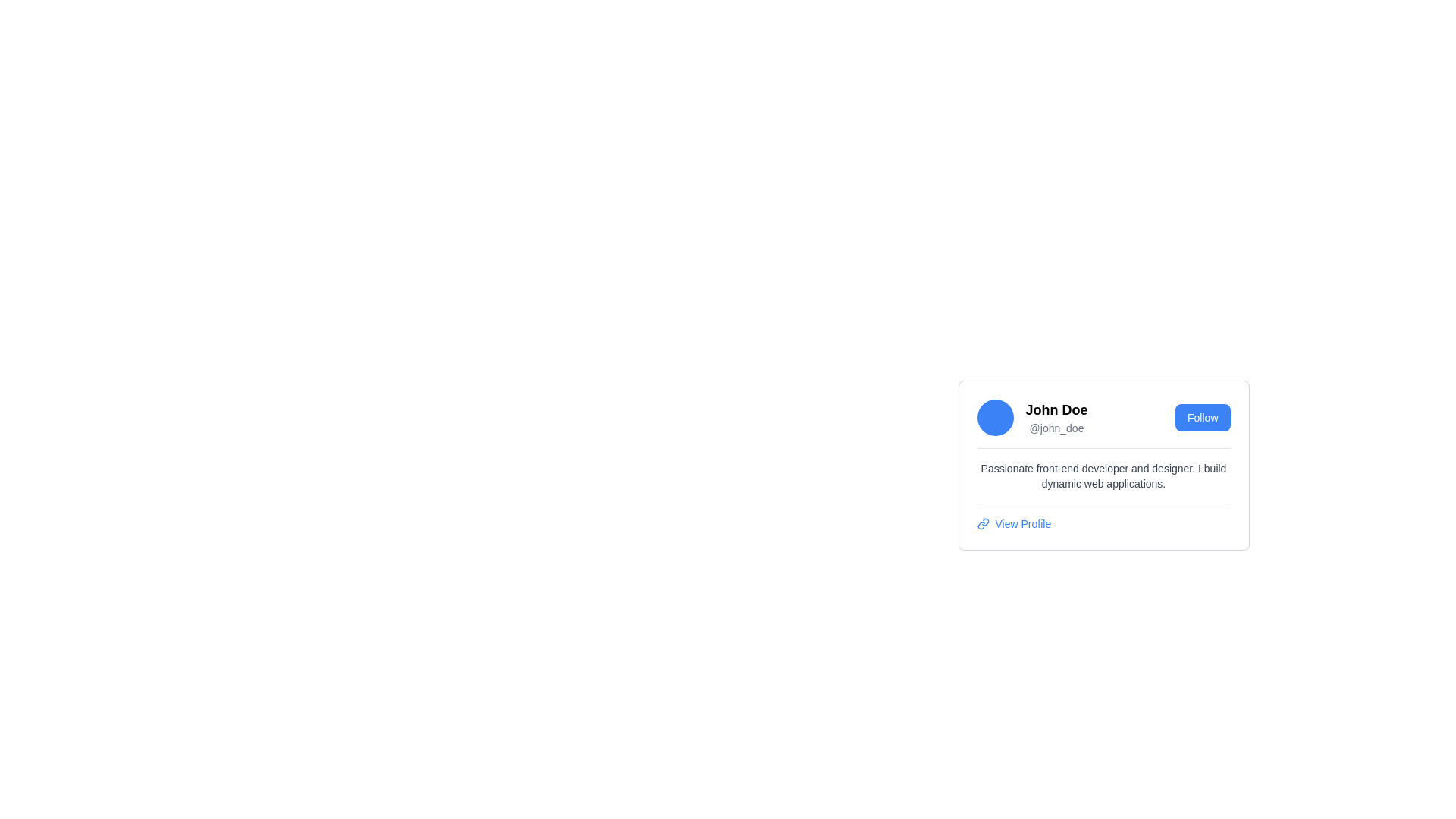  What do you see at coordinates (1103, 475) in the screenshot?
I see `static text element containing the phrase 'Passionate front-end developer and designer. I build dynamic web applications', which is styled in a small font size and gray color, located underneath the user's name in the profile card` at bounding box center [1103, 475].